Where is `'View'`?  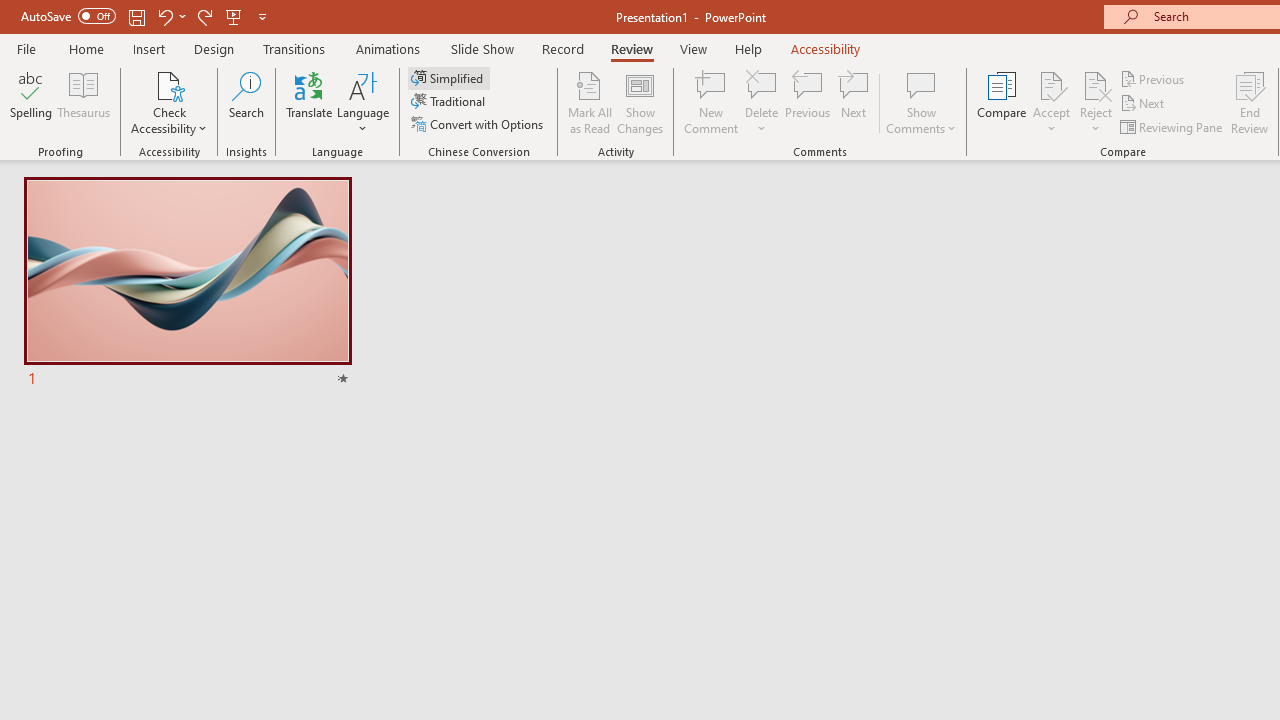
'View' is located at coordinates (693, 48).